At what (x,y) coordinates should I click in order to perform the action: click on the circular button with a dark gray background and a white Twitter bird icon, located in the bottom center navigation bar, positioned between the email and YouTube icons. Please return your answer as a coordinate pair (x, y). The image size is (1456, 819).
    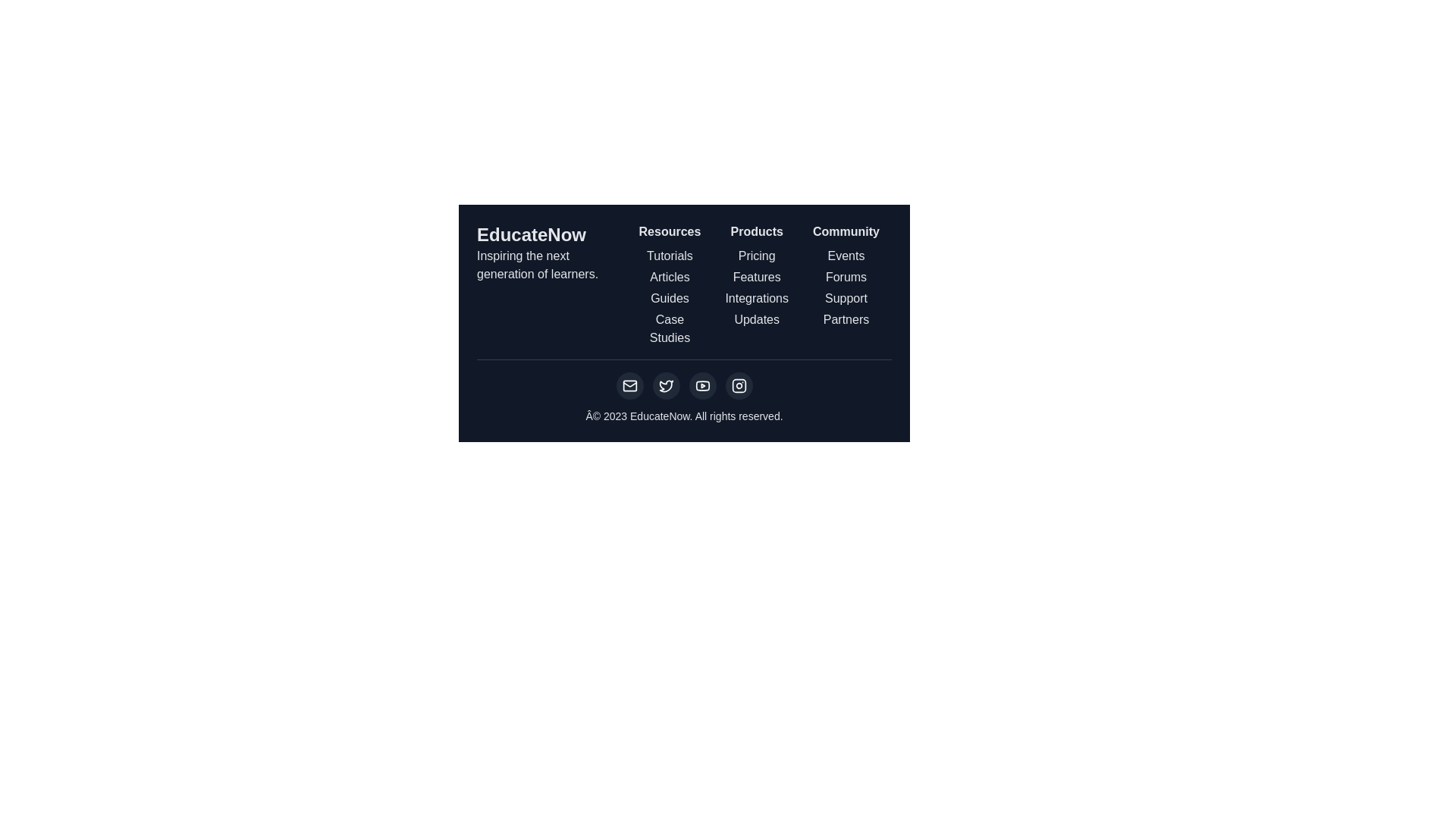
    Looking at the image, I should click on (666, 385).